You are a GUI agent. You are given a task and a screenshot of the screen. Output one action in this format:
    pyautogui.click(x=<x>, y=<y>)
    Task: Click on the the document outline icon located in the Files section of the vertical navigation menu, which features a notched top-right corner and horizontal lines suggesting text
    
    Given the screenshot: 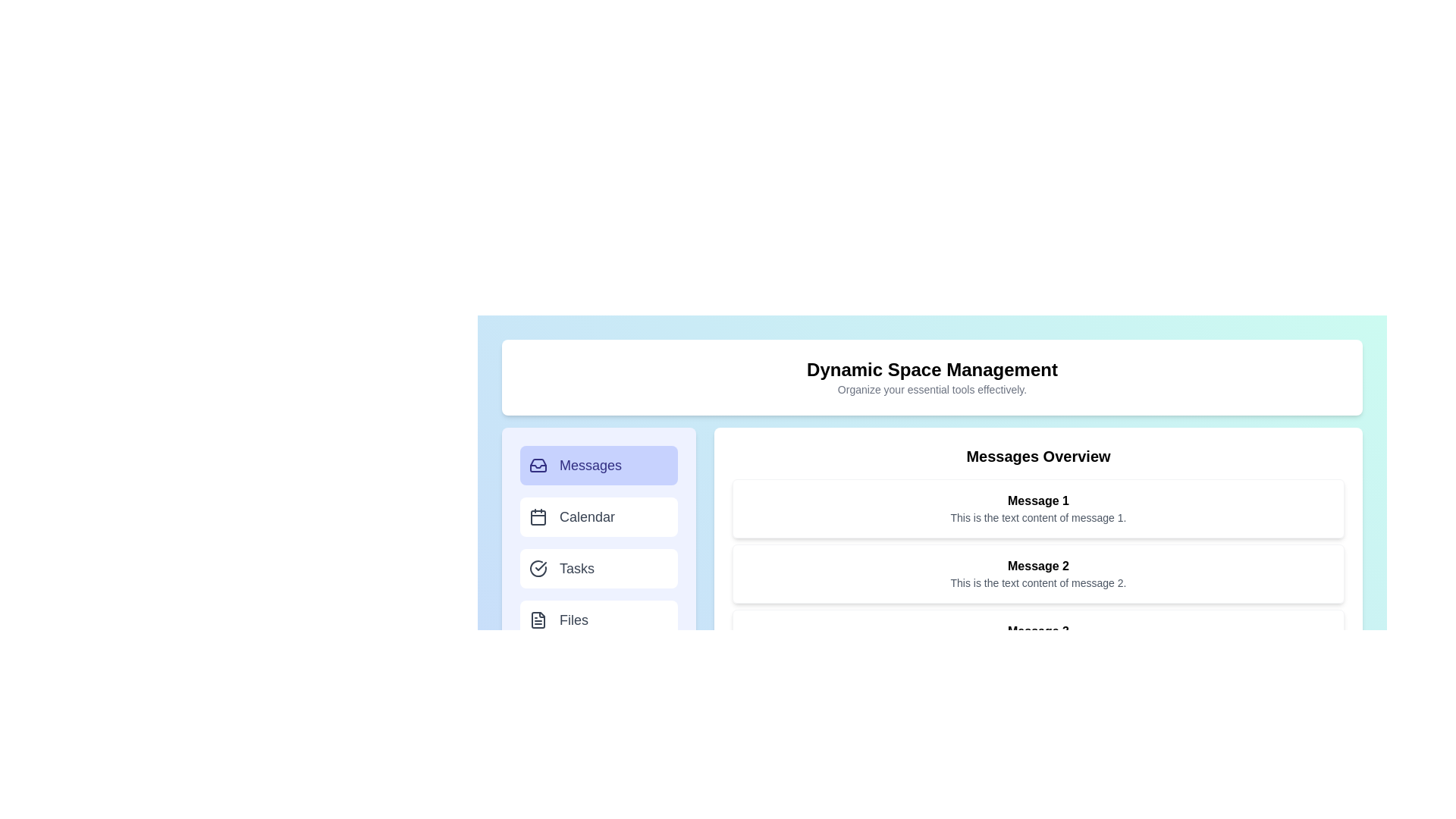 What is the action you would take?
    pyautogui.click(x=538, y=620)
    